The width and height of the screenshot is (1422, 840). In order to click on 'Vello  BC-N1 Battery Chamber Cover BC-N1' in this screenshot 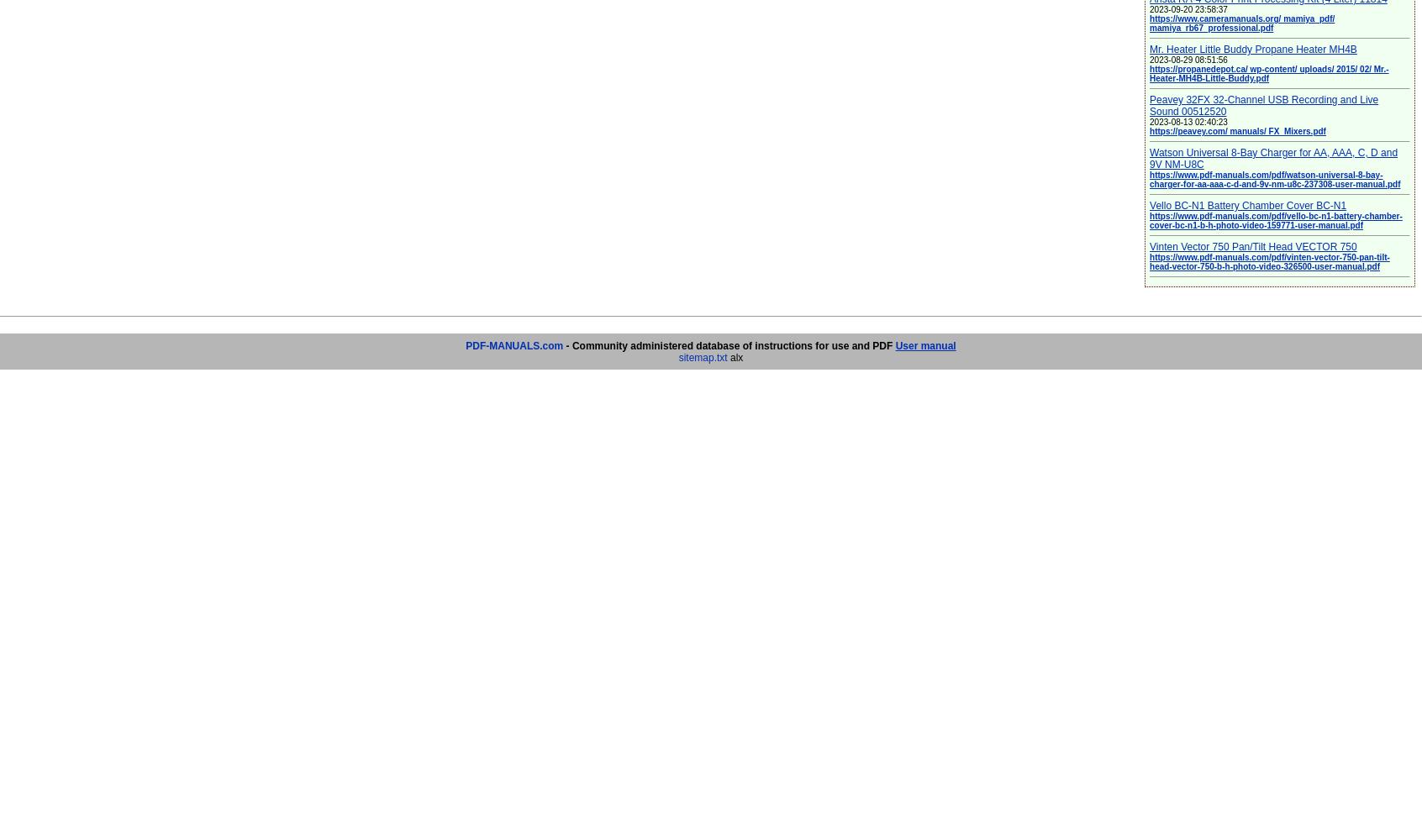, I will do `click(1248, 205)`.